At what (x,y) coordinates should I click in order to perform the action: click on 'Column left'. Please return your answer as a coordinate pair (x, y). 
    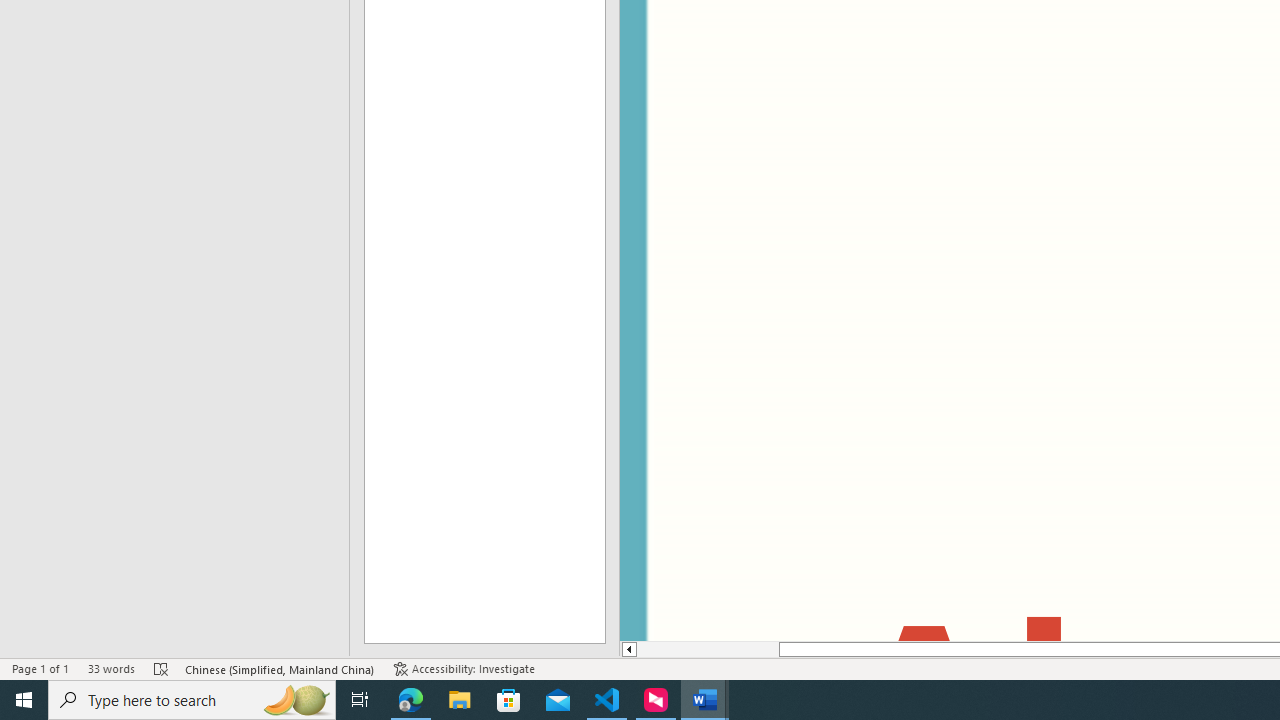
    Looking at the image, I should click on (627, 649).